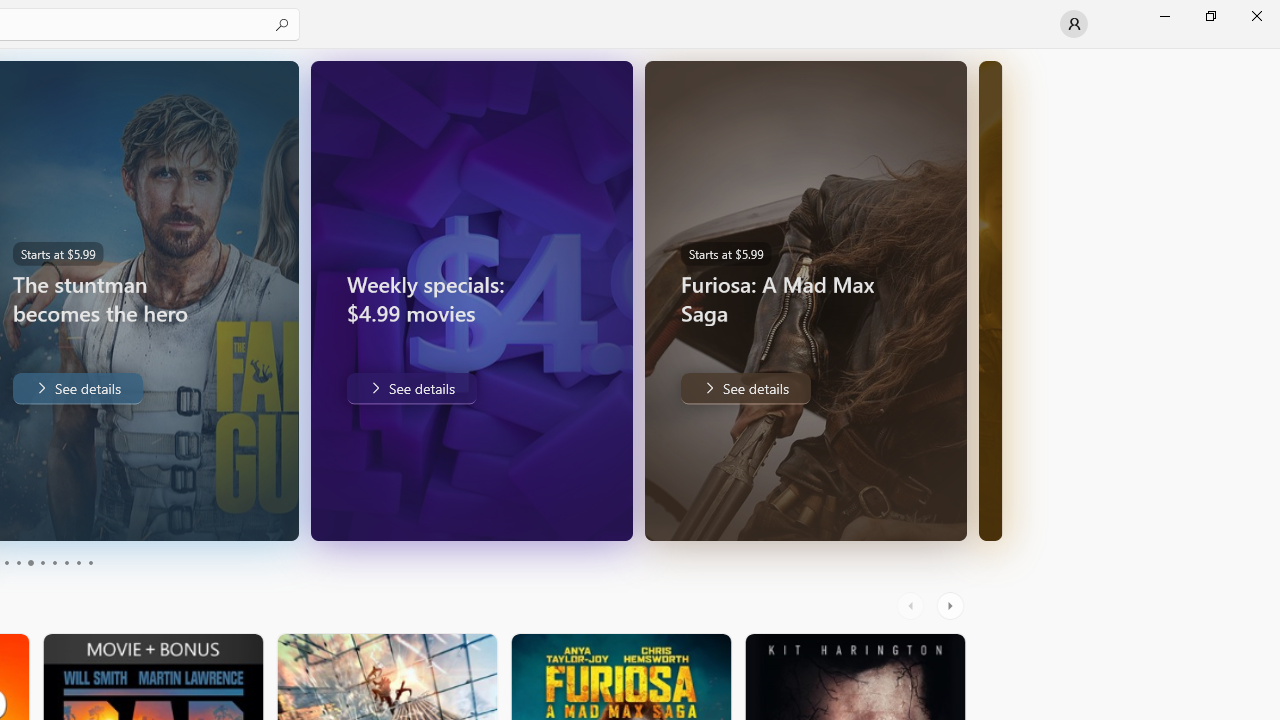 This screenshot has height=720, width=1280. I want to click on 'Page 10', so click(89, 563).